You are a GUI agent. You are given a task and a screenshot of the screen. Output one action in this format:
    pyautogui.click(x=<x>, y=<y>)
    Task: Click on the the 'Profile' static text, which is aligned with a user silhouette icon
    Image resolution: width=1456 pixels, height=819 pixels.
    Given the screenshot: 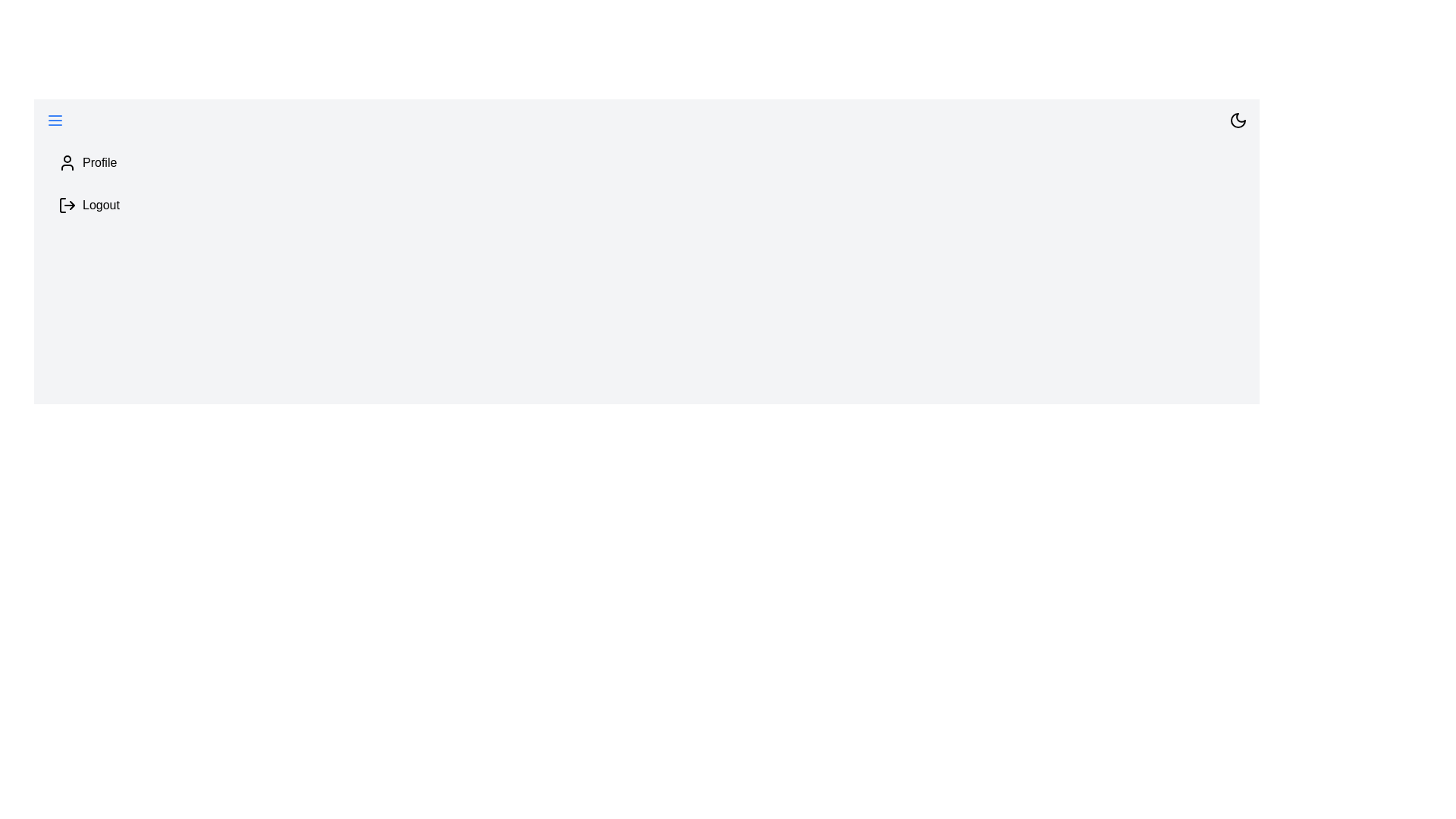 What is the action you would take?
    pyautogui.click(x=99, y=163)
    